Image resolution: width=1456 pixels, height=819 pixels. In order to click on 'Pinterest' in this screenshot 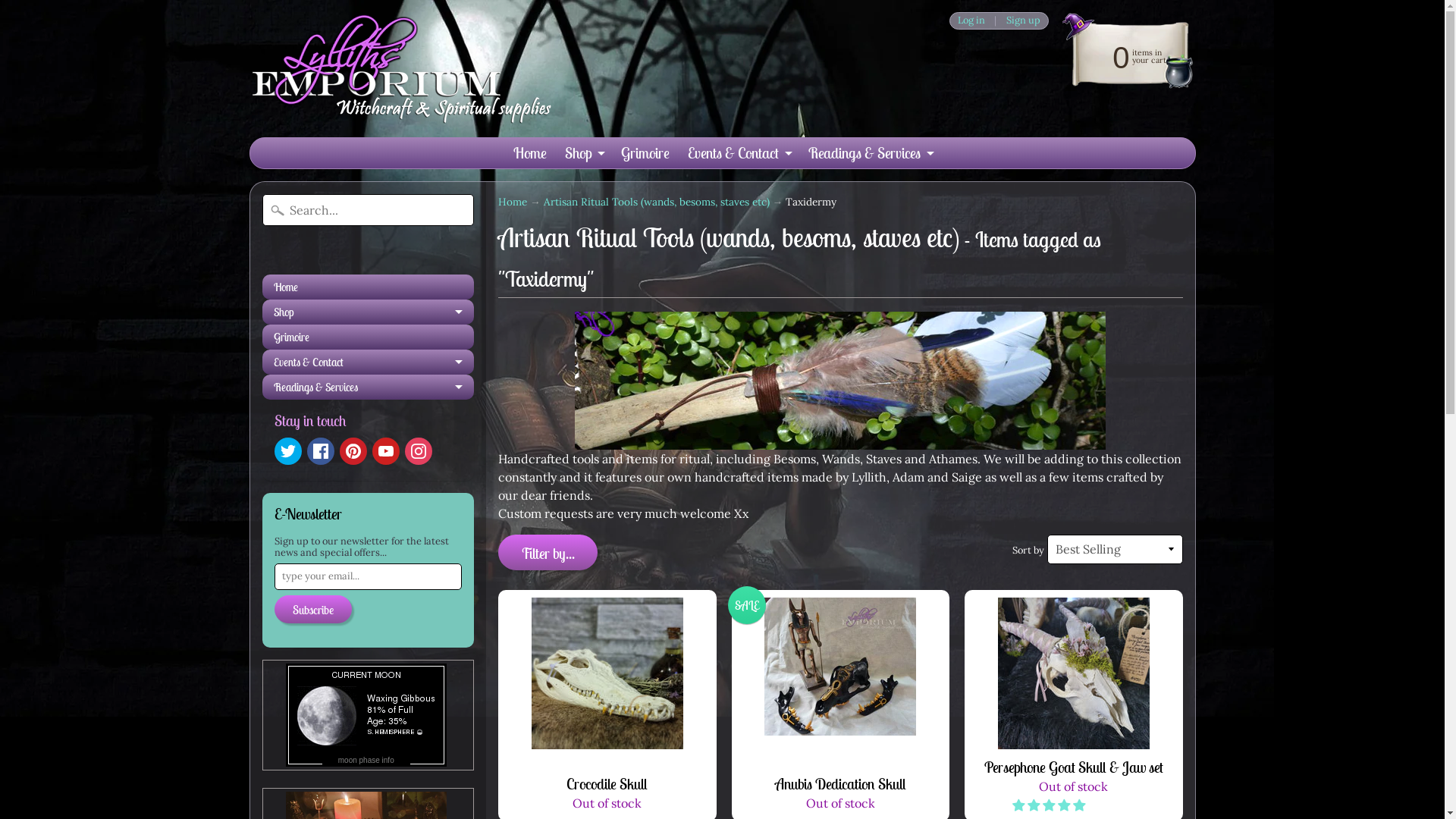, I will do `click(338, 450)`.